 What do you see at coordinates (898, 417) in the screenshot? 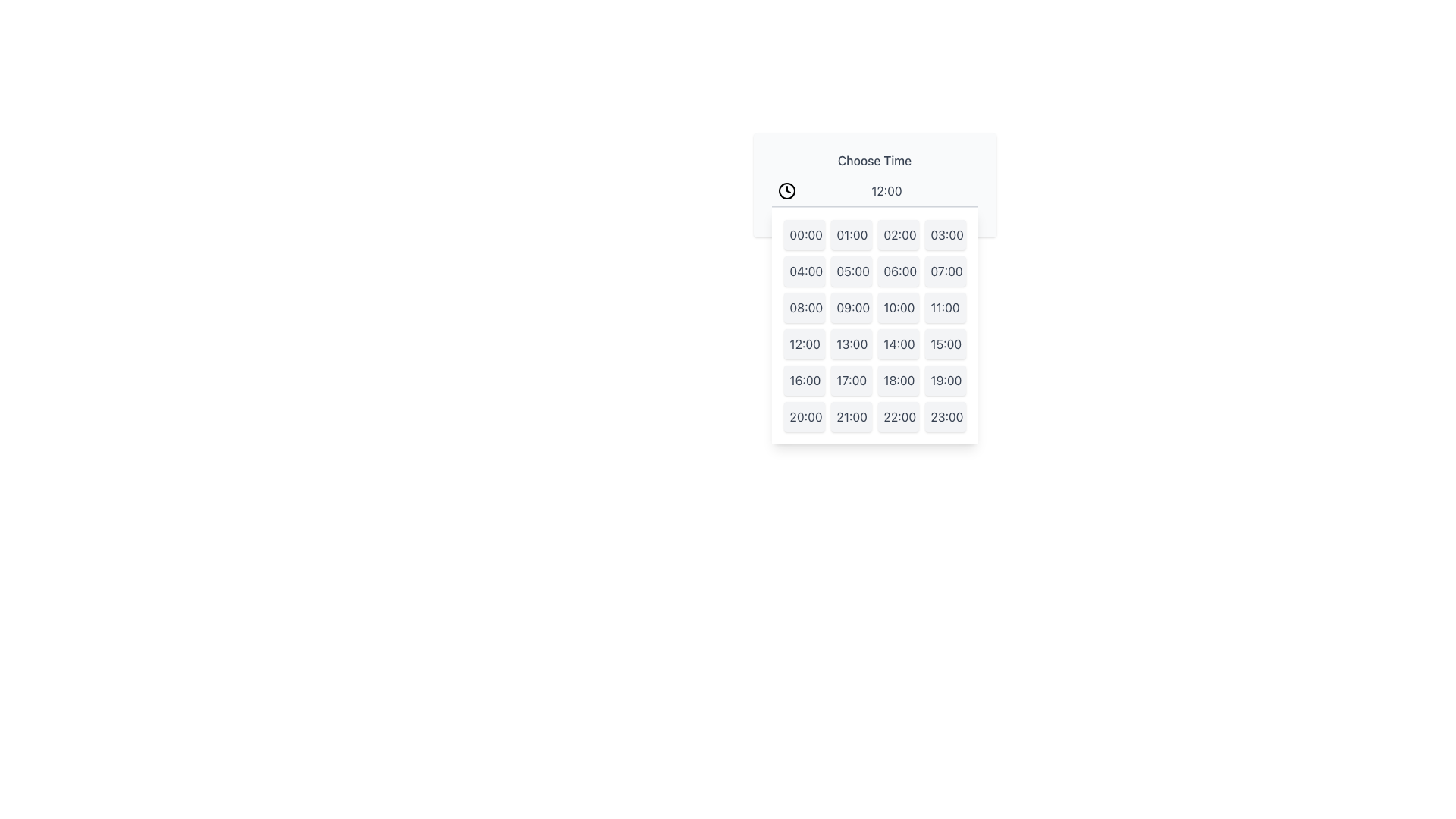
I see `the selectable time option button for '22:00' located in the bottom right of the time options grid` at bounding box center [898, 417].